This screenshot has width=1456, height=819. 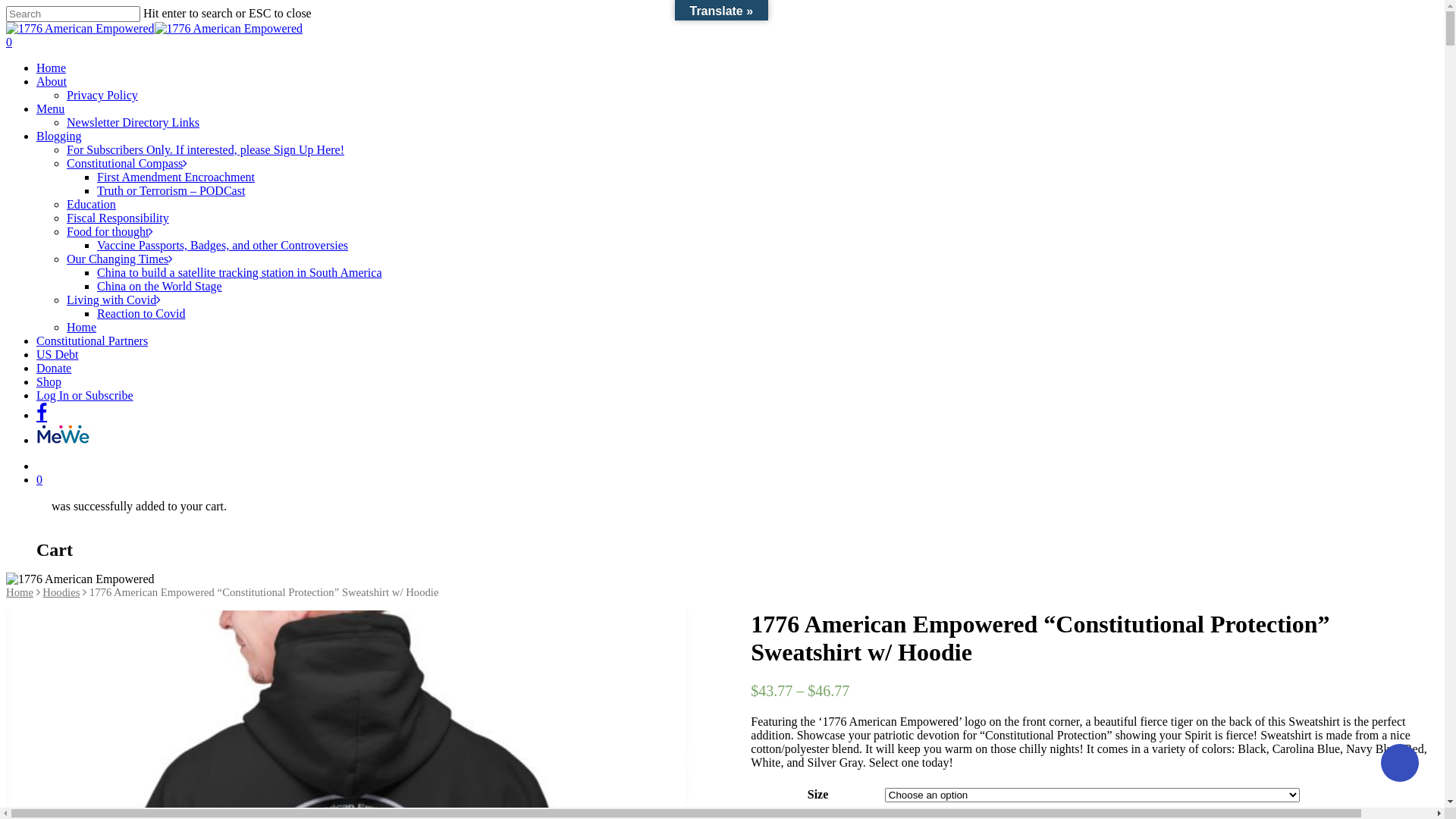 I want to click on 'Blogging', so click(x=58, y=135).